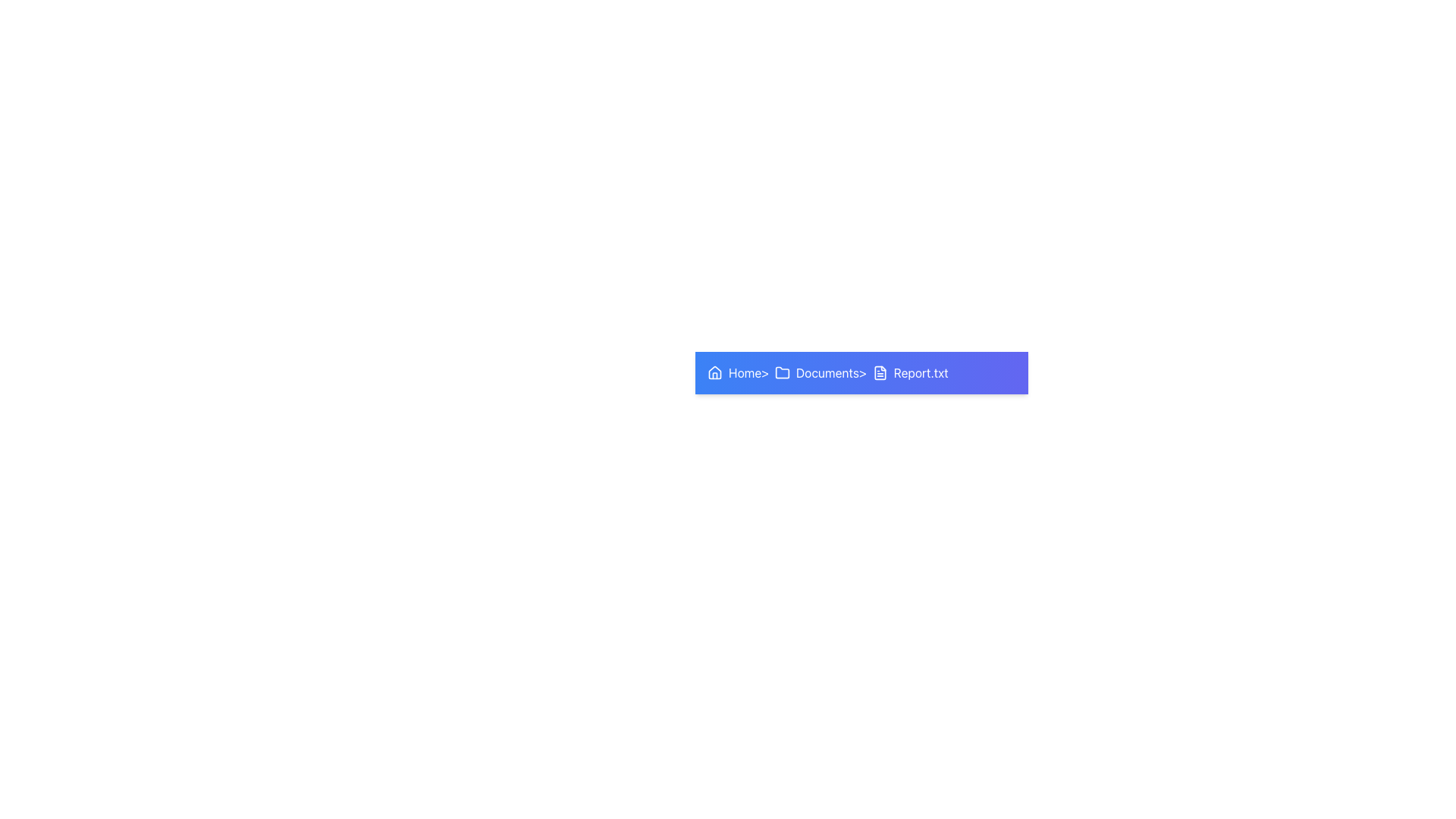  What do you see at coordinates (714, 373) in the screenshot?
I see `the small, line-based house icon on the blue background` at bounding box center [714, 373].